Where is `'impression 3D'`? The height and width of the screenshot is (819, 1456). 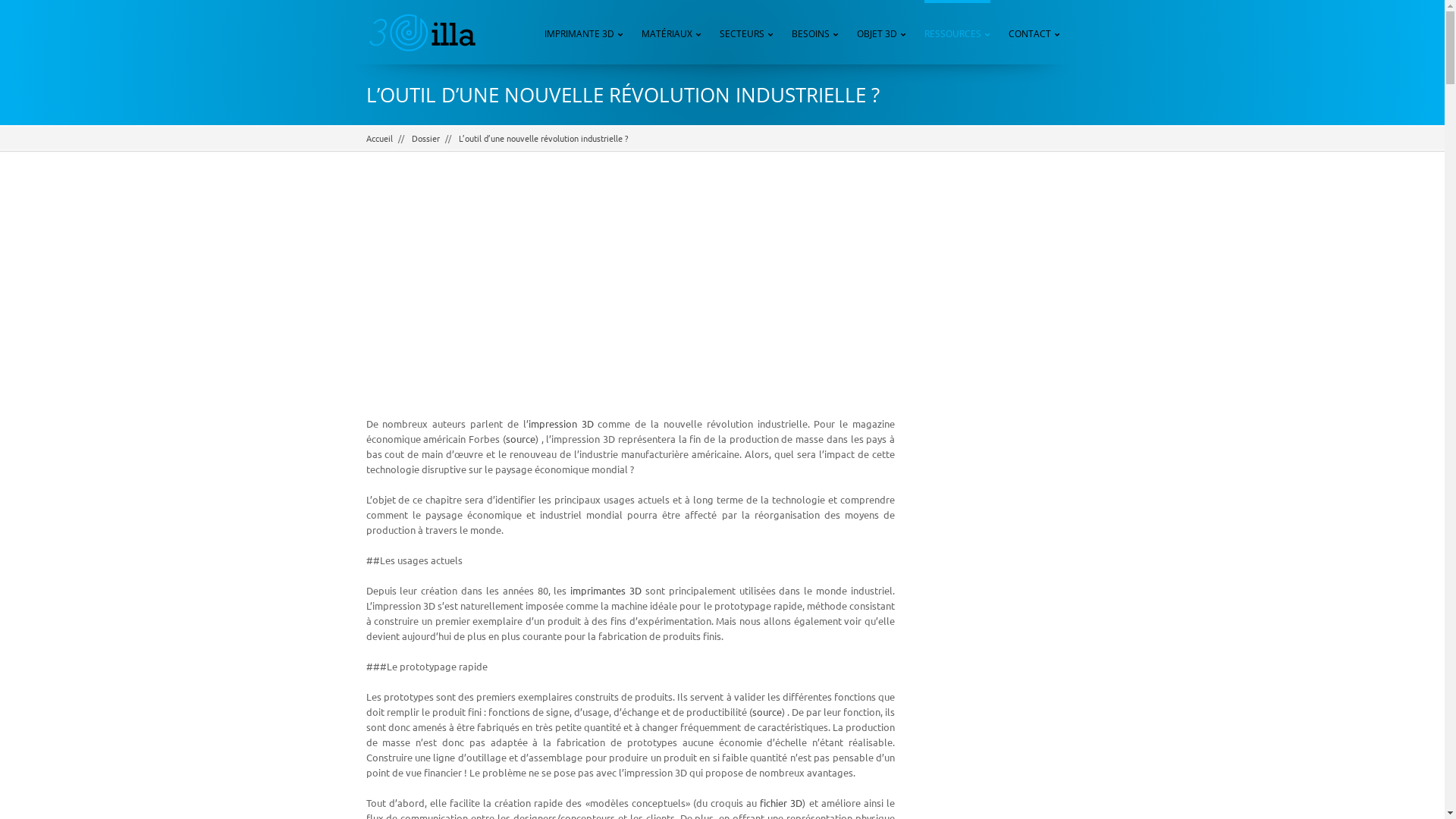
'impression 3D' is located at coordinates (560, 423).